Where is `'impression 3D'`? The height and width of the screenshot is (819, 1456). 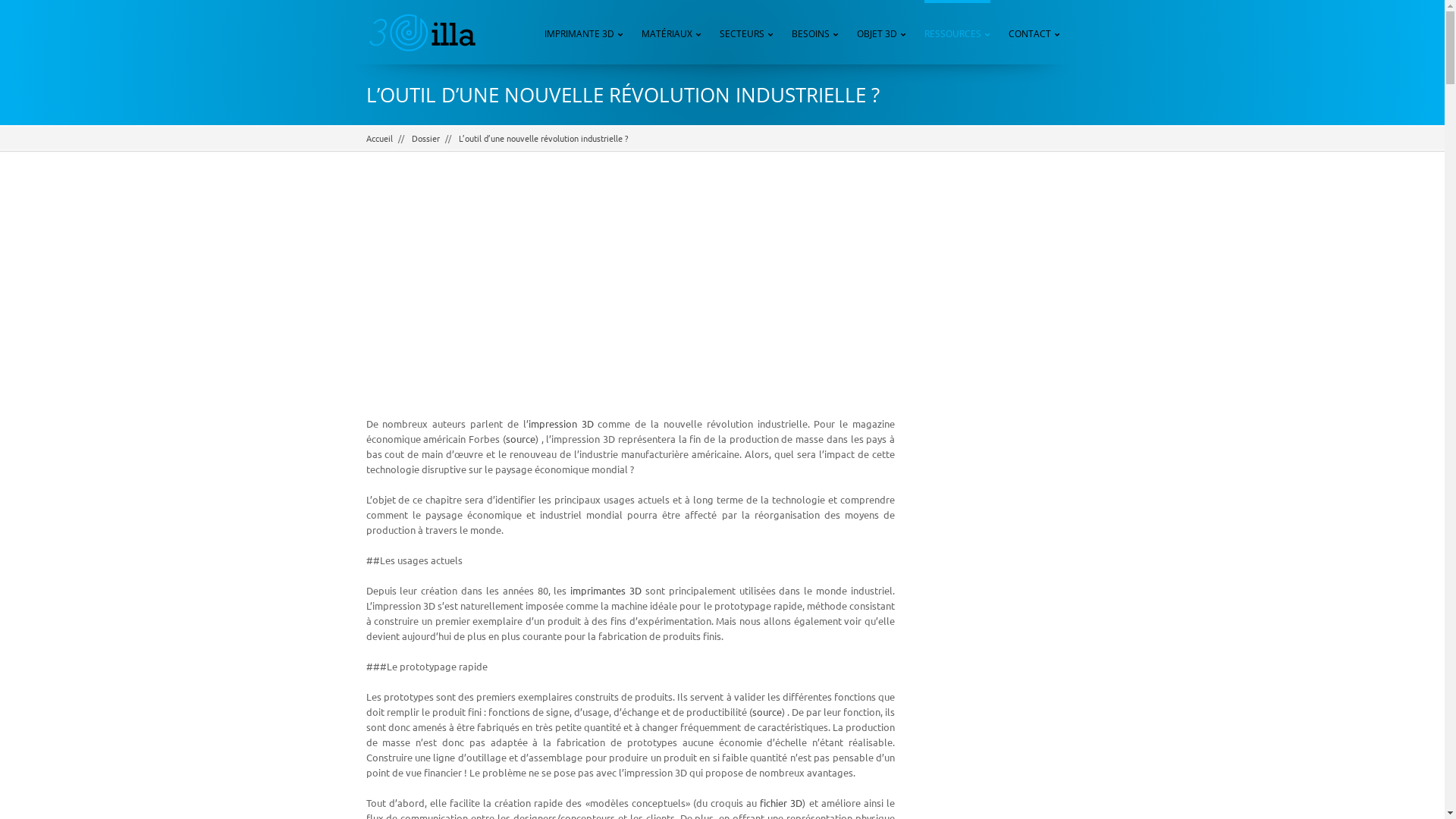
'impression 3D' is located at coordinates (560, 423).